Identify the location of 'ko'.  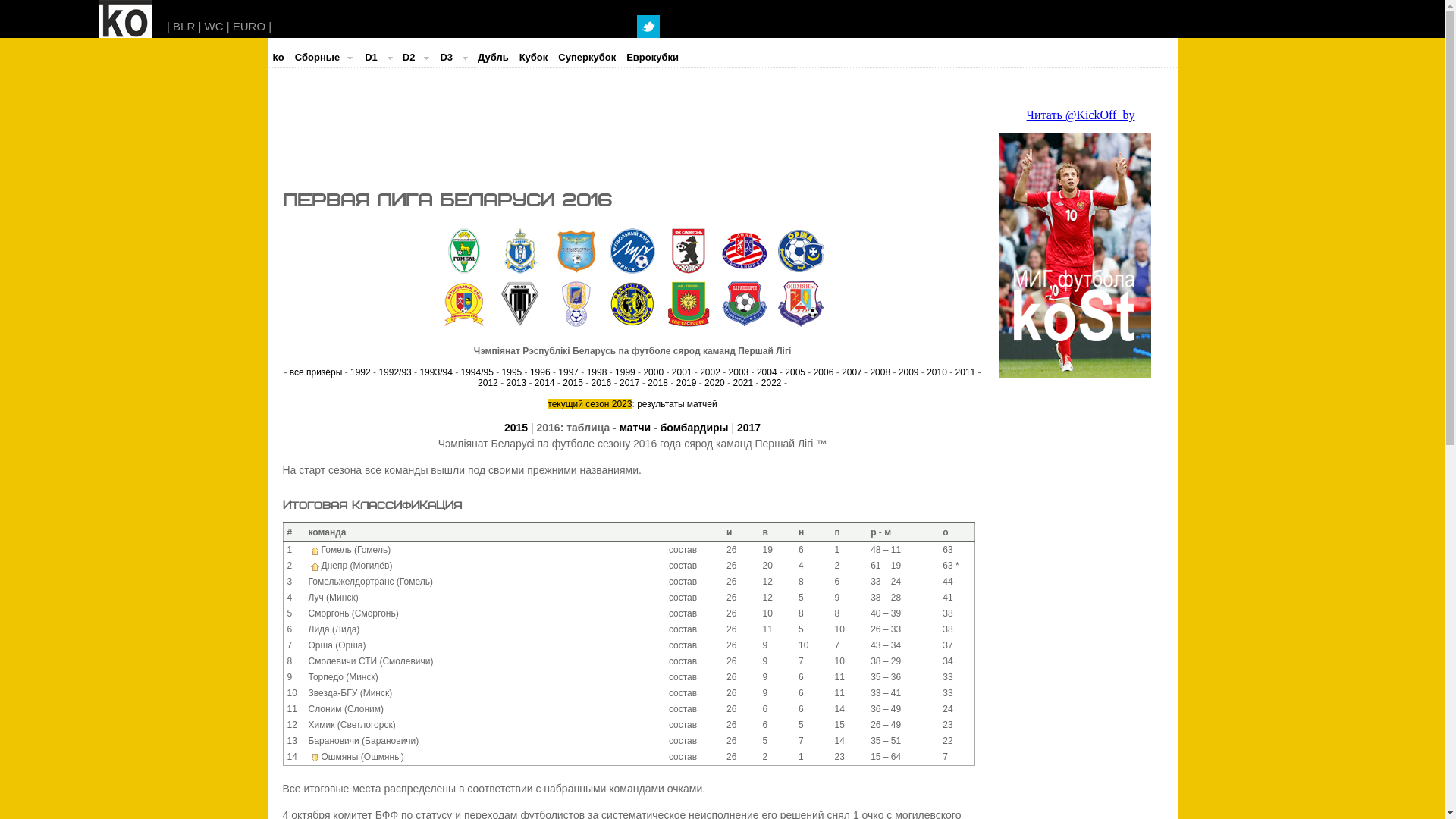
(266, 57).